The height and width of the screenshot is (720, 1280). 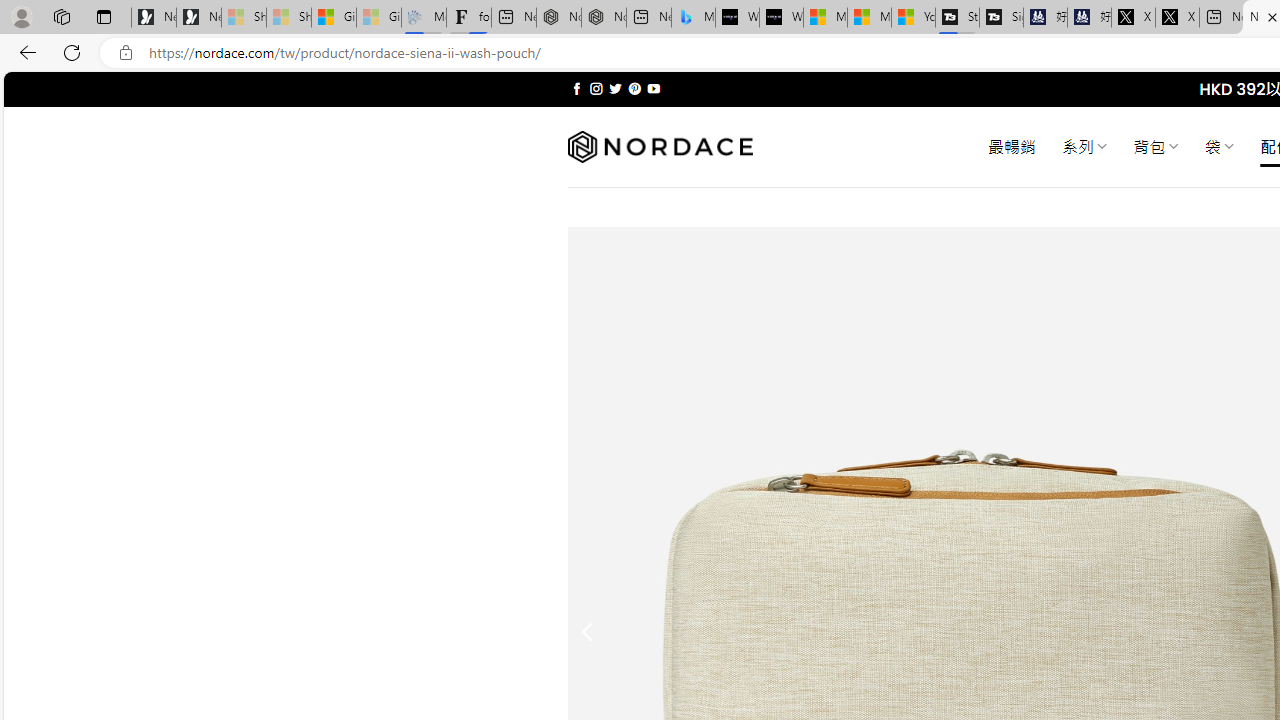 What do you see at coordinates (595, 88) in the screenshot?
I see `'Follow on Instagram'` at bounding box center [595, 88].